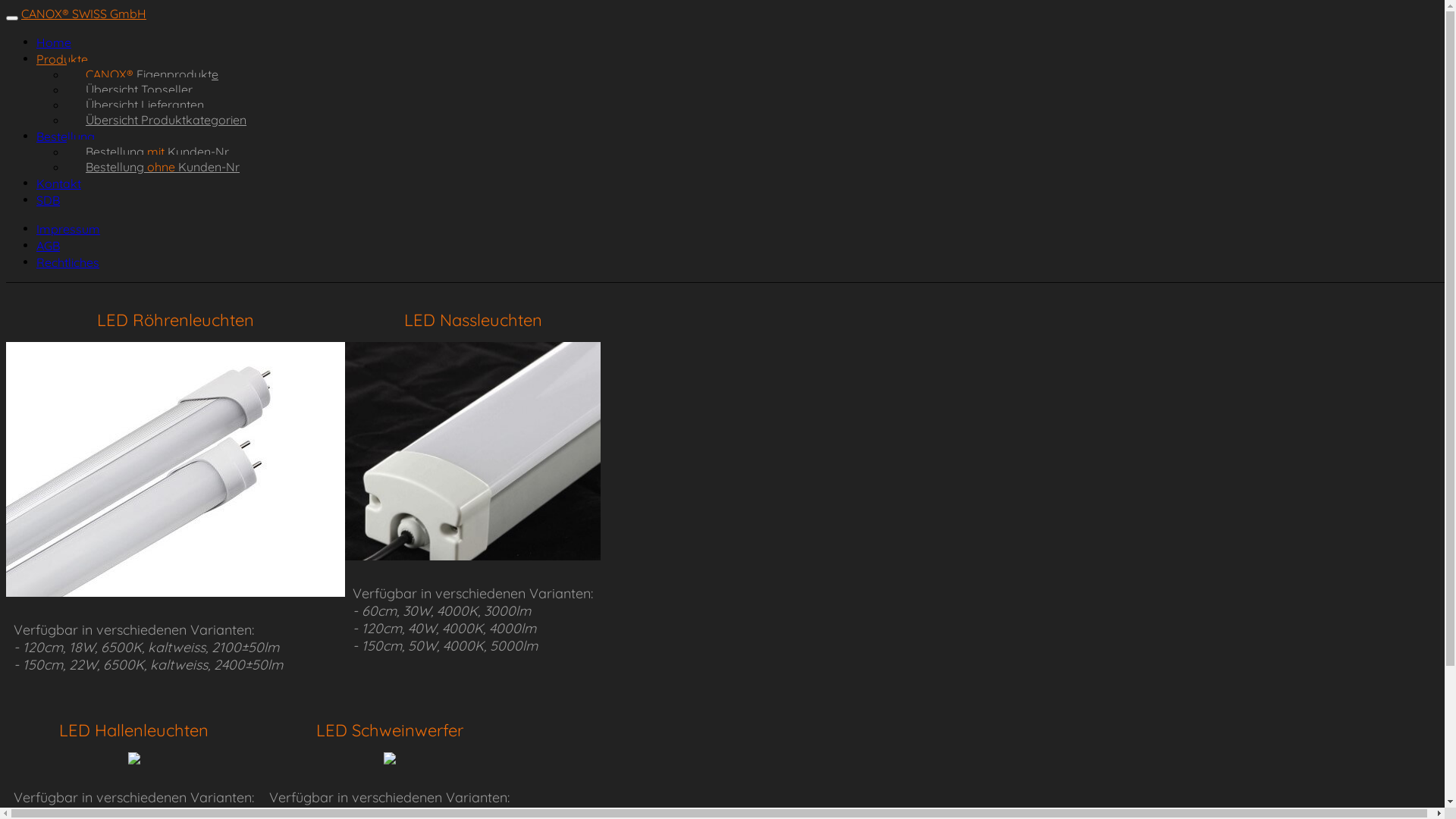 This screenshot has height=819, width=1456. Describe the element at coordinates (58, 183) in the screenshot. I see `'Kontakt'` at that location.